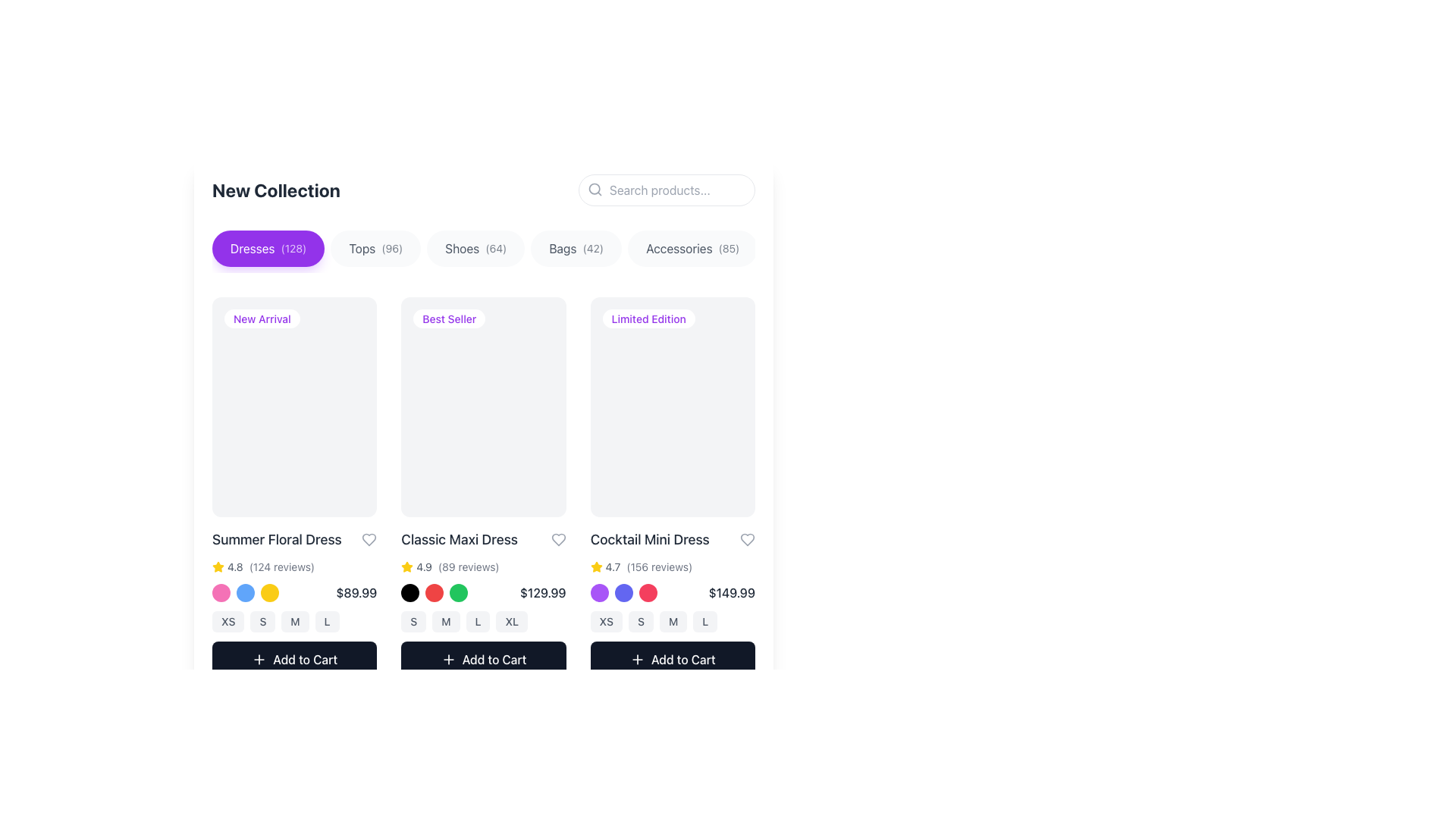 This screenshot has height=819, width=1456. I want to click on the 'Limited Edition' label located at the top-left corner of the third product card, so click(648, 318).